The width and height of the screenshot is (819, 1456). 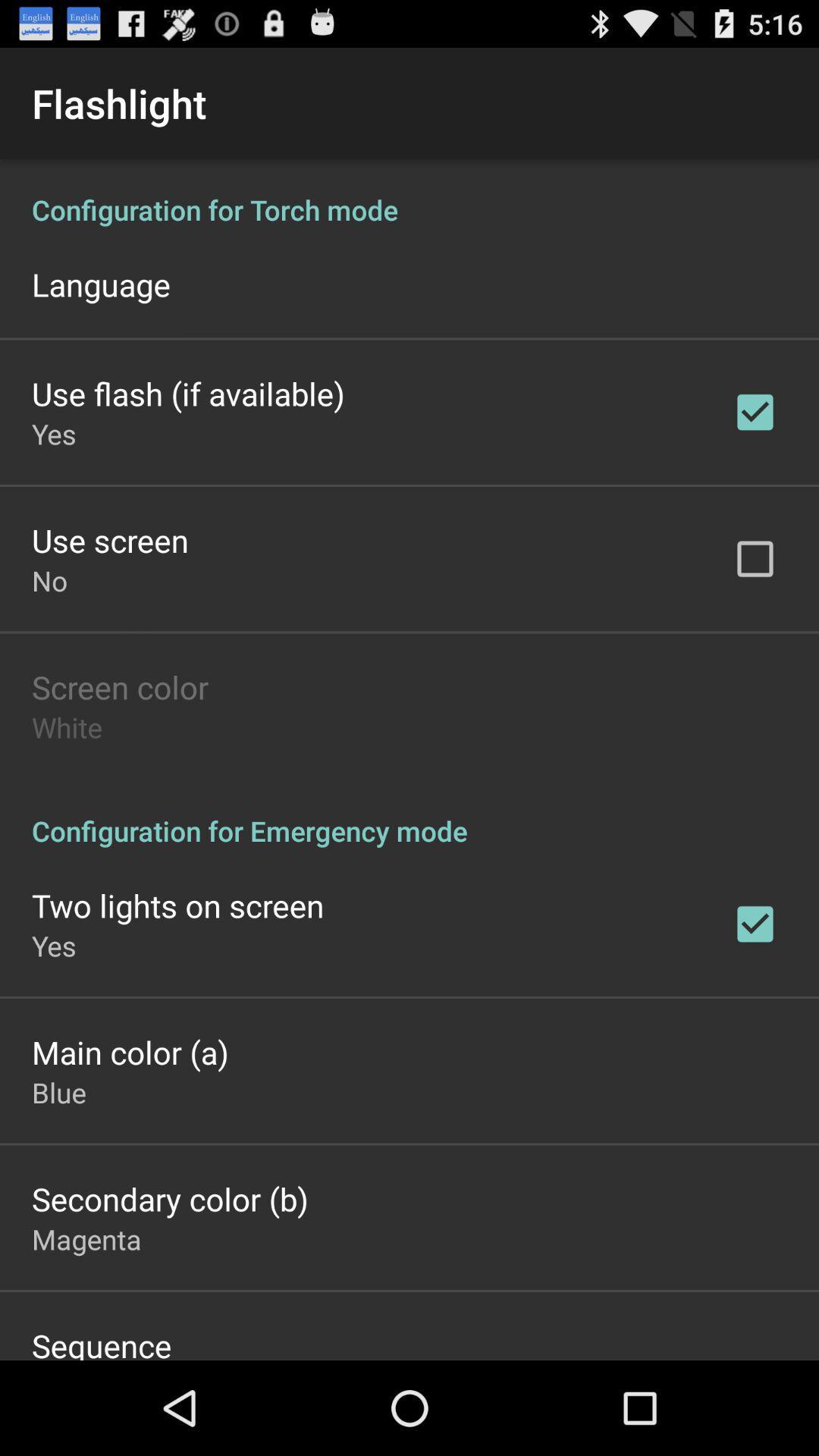 What do you see at coordinates (109, 540) in the screenshot?
I see `the use screen` at bounding box center [109, 540].